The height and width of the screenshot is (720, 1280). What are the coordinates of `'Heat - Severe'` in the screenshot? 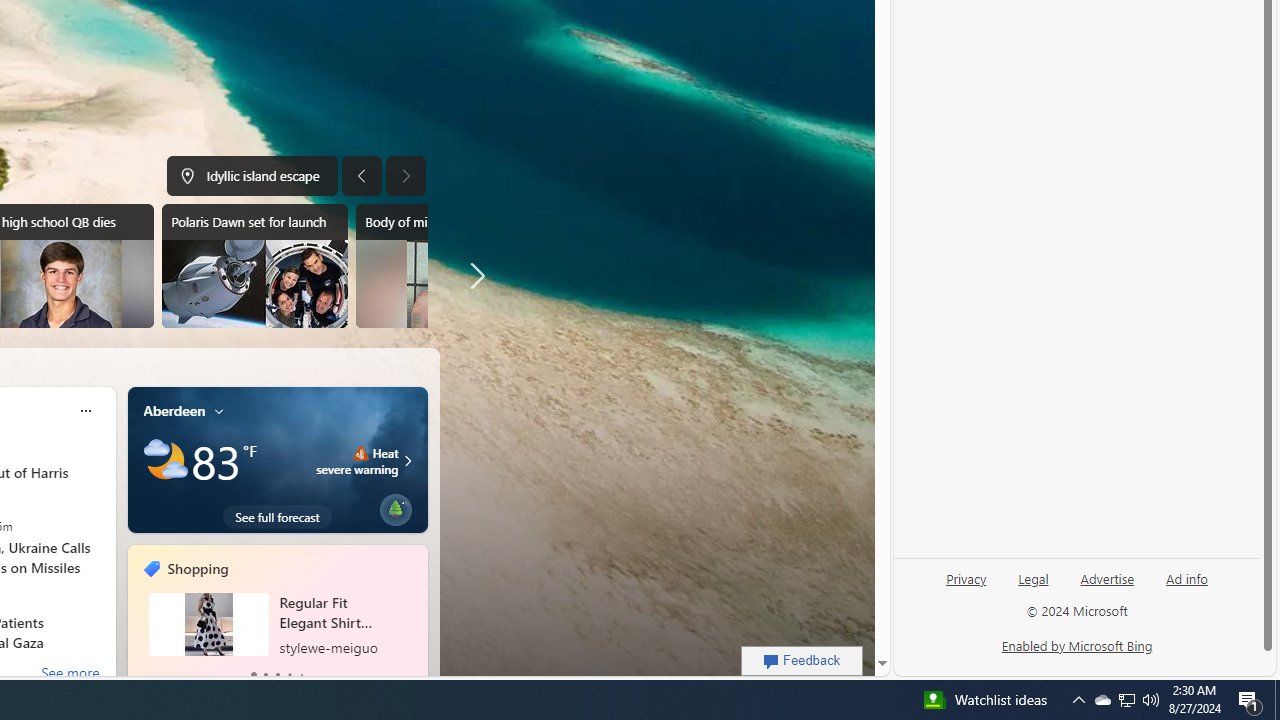 It's located at (360, 452).